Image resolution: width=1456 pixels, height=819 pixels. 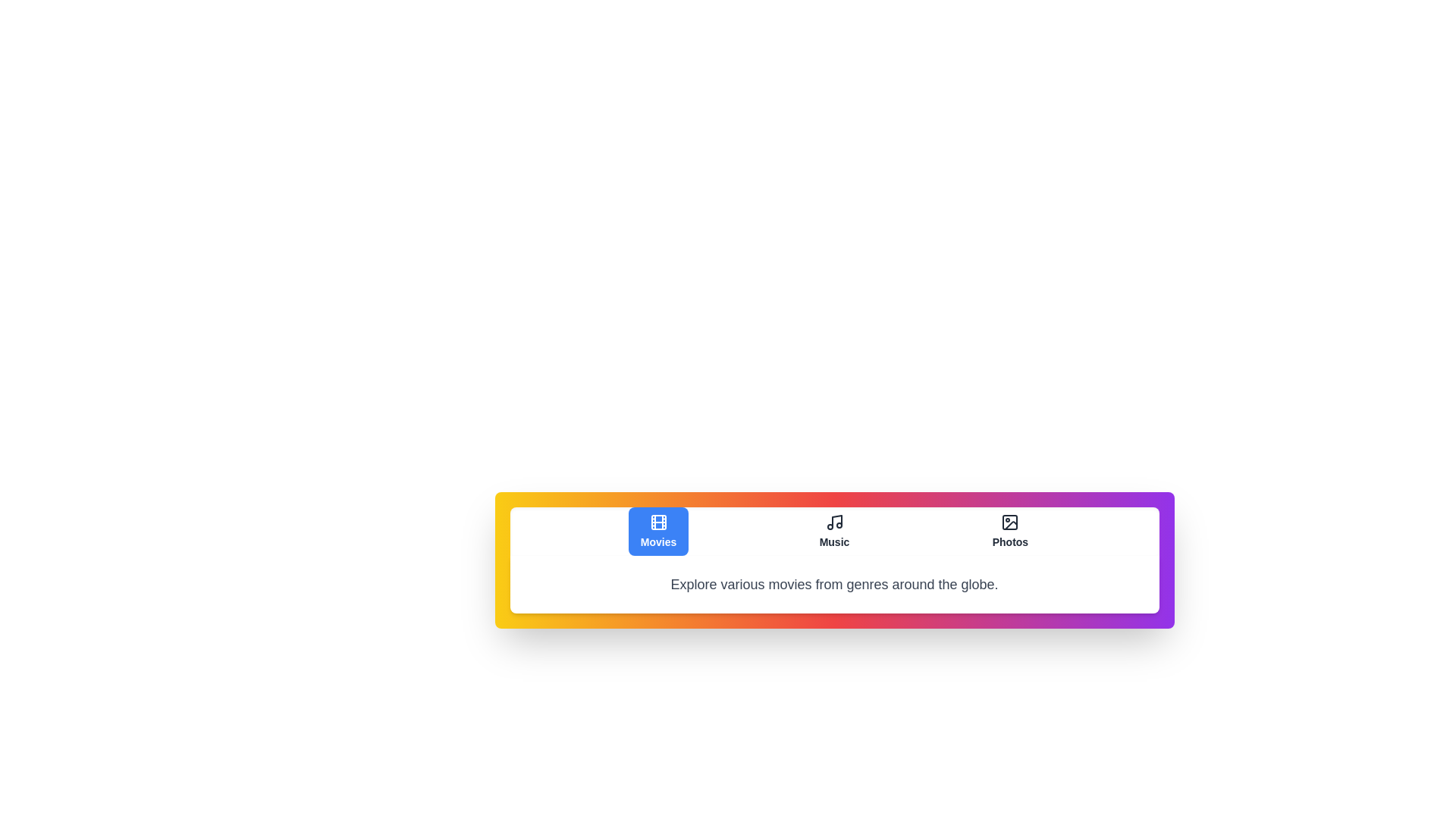 What do you see at coordinates (833, 531) in the screenshot?
I see `the Music tab to view its content` at bounding box center [833, 531].